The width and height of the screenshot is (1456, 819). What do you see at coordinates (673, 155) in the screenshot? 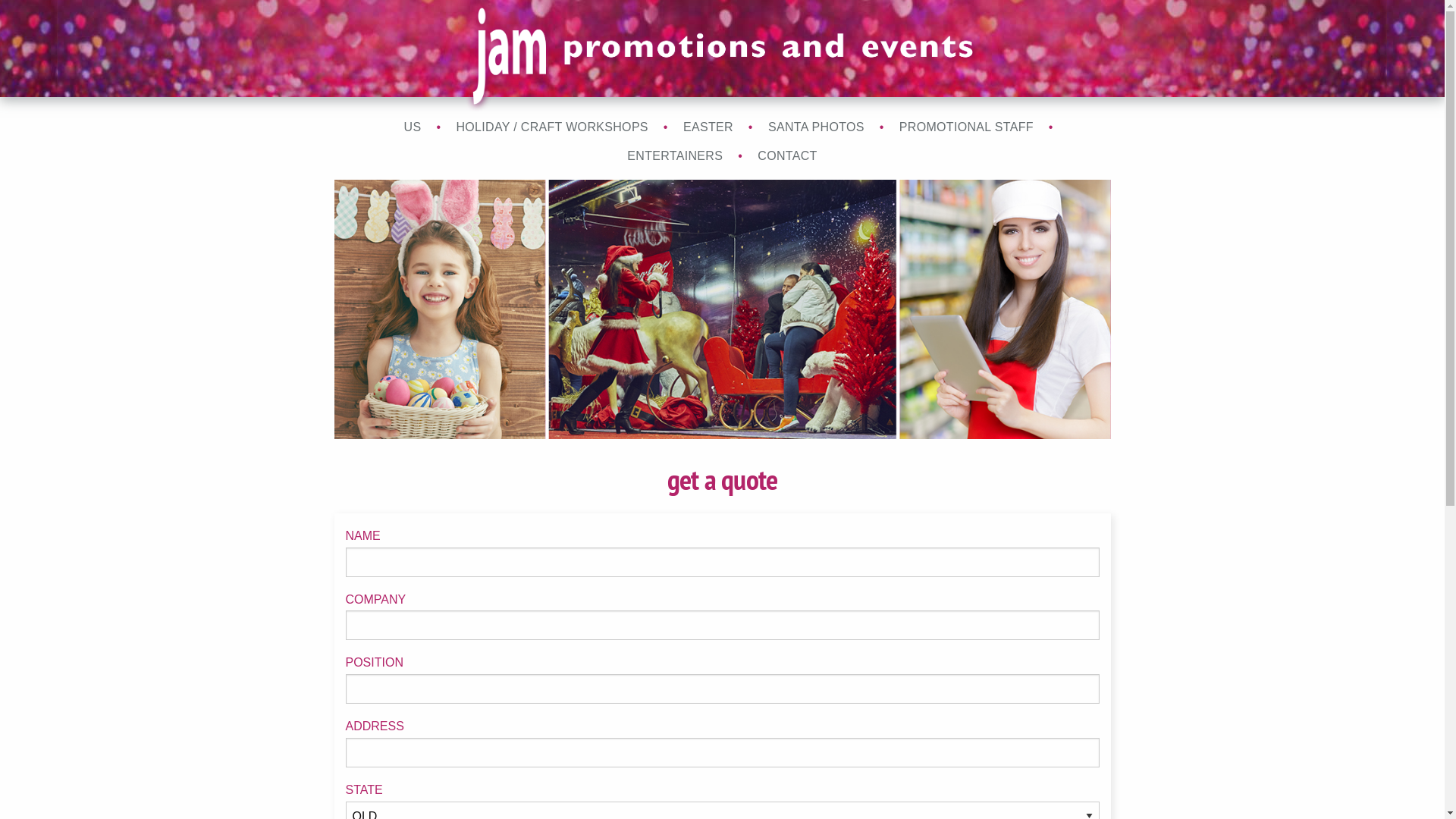
I see `'ENTERTAINERS'` at bounding box center [673, 155].